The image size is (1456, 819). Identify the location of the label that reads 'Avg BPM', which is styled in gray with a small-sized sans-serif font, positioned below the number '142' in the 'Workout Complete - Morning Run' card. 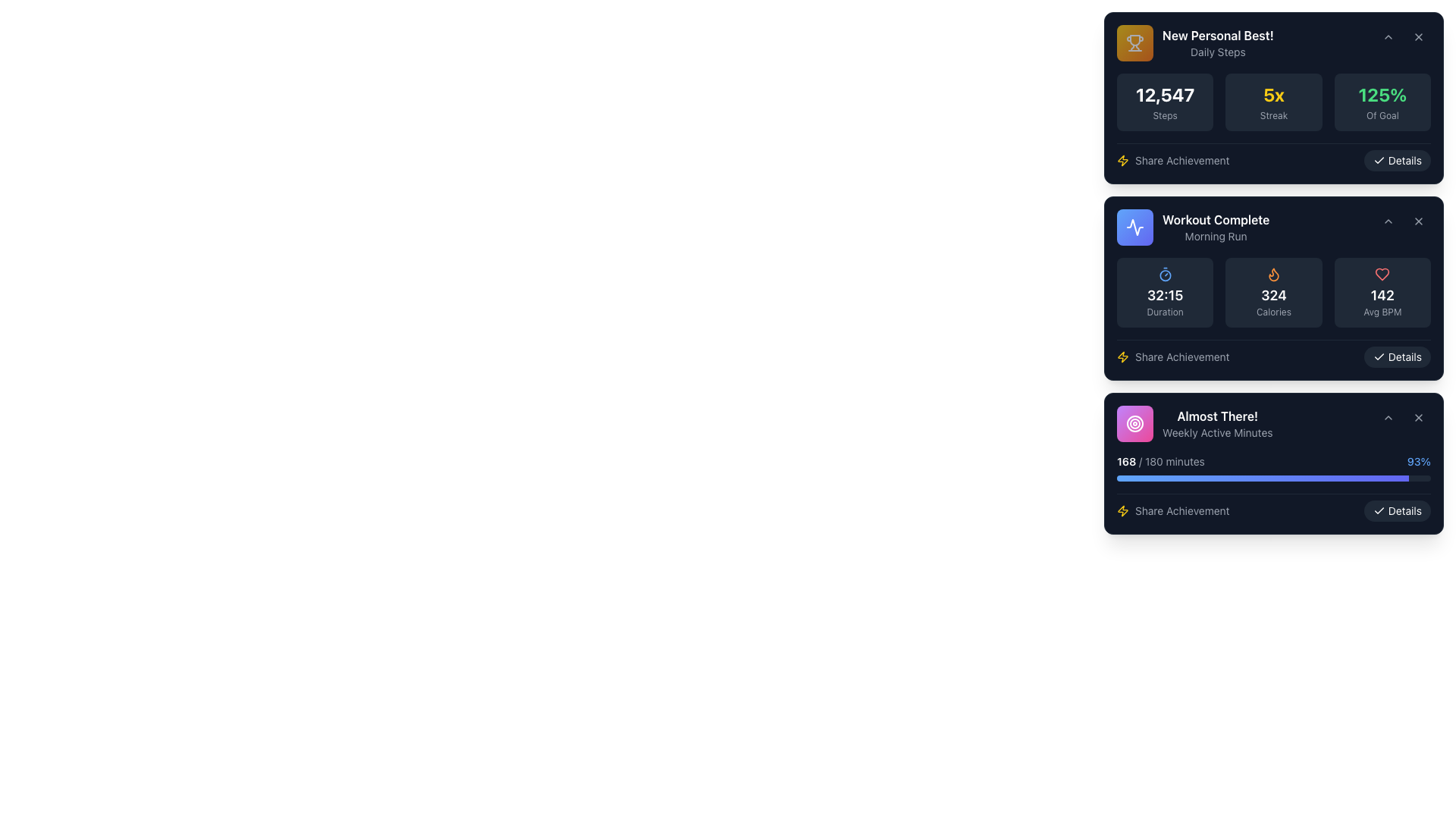
(1382, 312).